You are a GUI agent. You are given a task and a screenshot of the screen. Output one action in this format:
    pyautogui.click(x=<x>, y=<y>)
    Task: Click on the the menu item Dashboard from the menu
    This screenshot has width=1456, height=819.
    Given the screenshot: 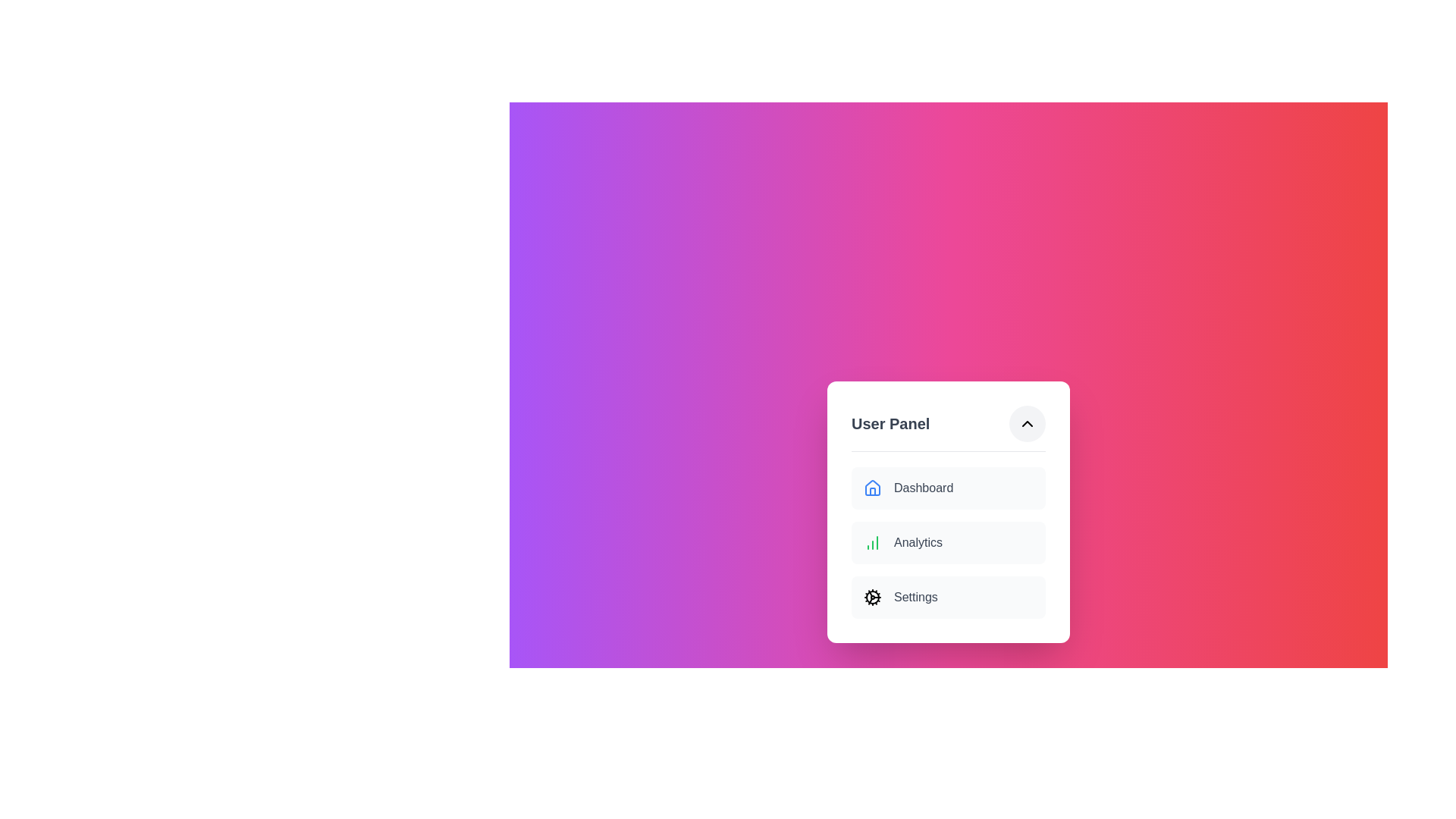 What is the action you would take?
    pyautogui.click(x=948, y=488)
    